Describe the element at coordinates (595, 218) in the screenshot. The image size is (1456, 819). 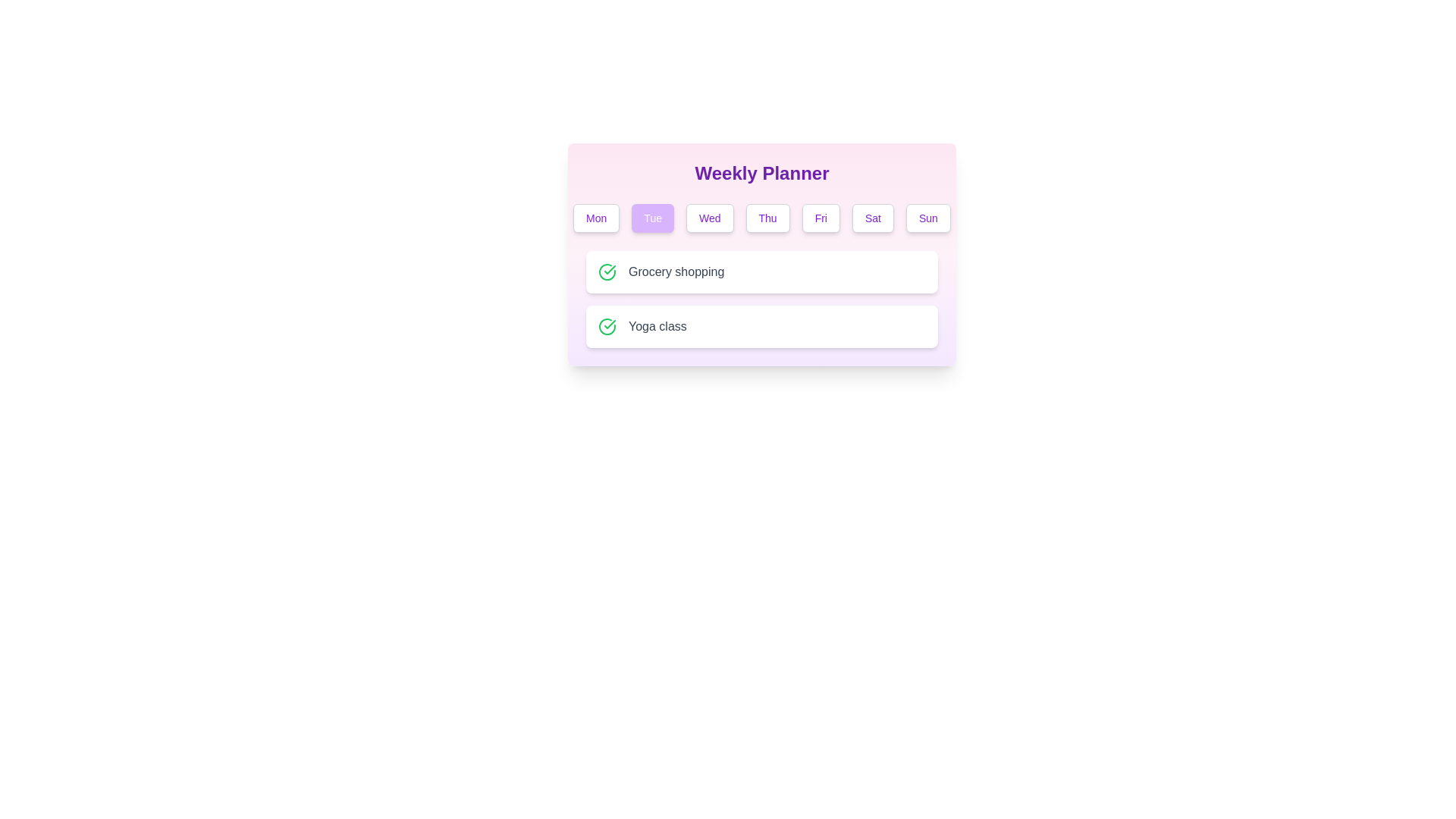
I see `the button corresponding to Mon to select it` at that location.